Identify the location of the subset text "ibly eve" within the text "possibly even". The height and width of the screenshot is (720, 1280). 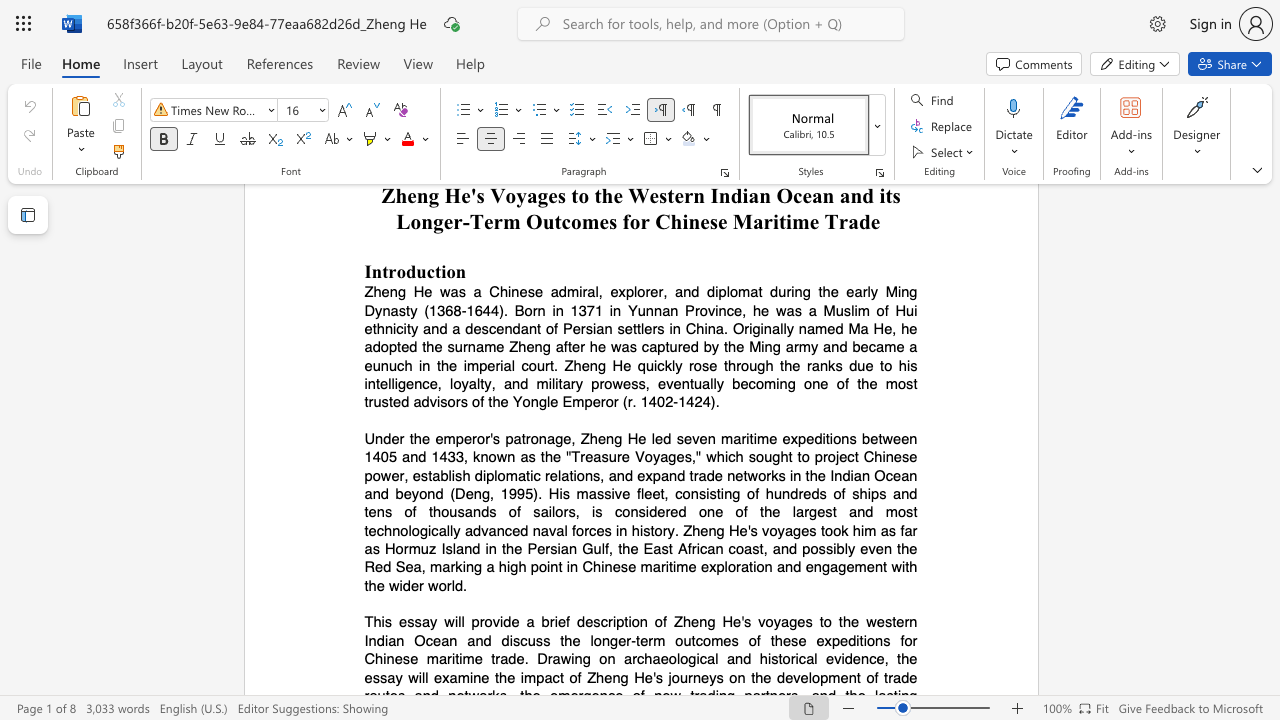
(833, 549).